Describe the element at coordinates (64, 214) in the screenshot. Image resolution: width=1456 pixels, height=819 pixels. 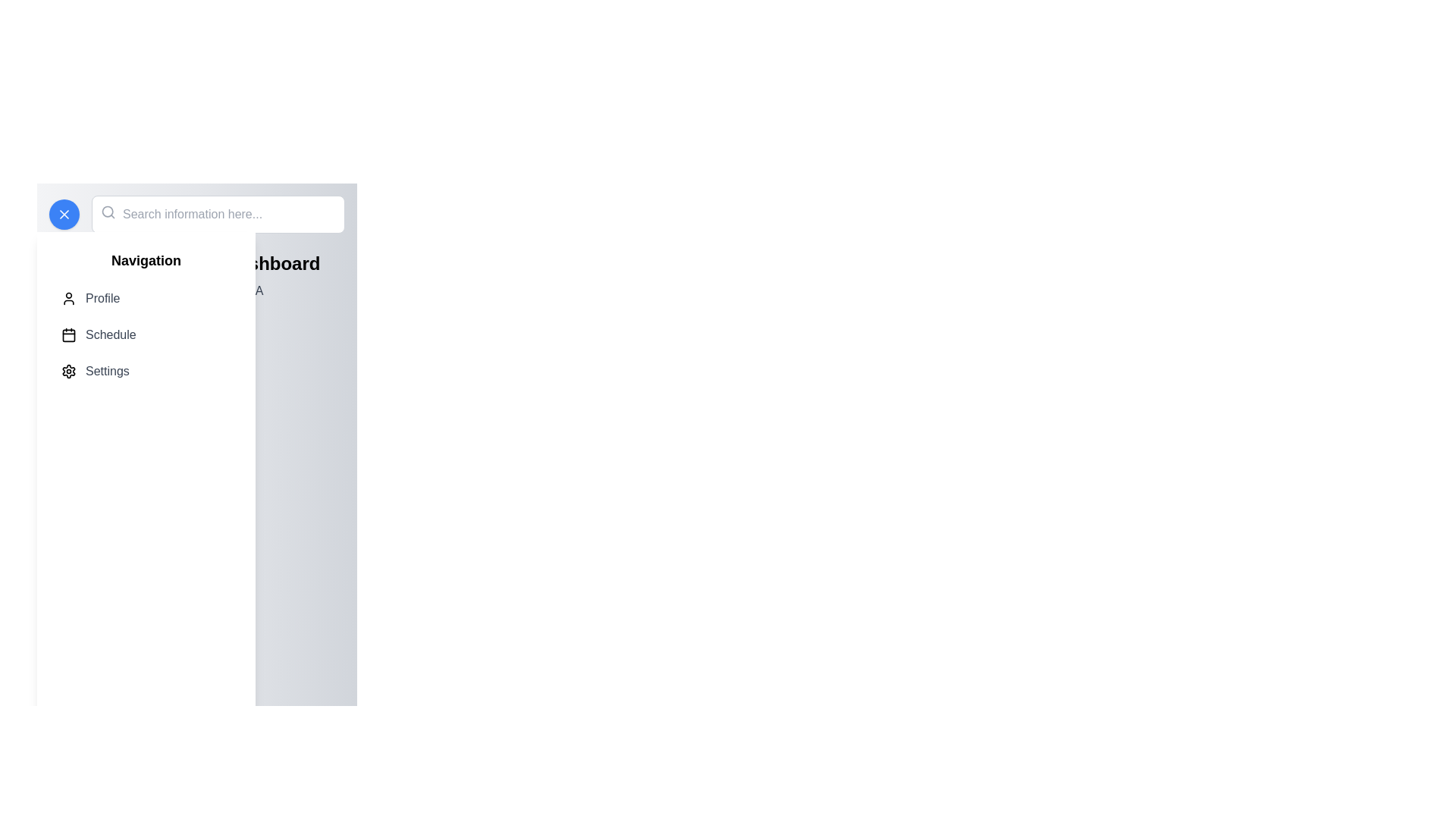
I see `the close icon located near the top-left corner of the application interface` at that location.